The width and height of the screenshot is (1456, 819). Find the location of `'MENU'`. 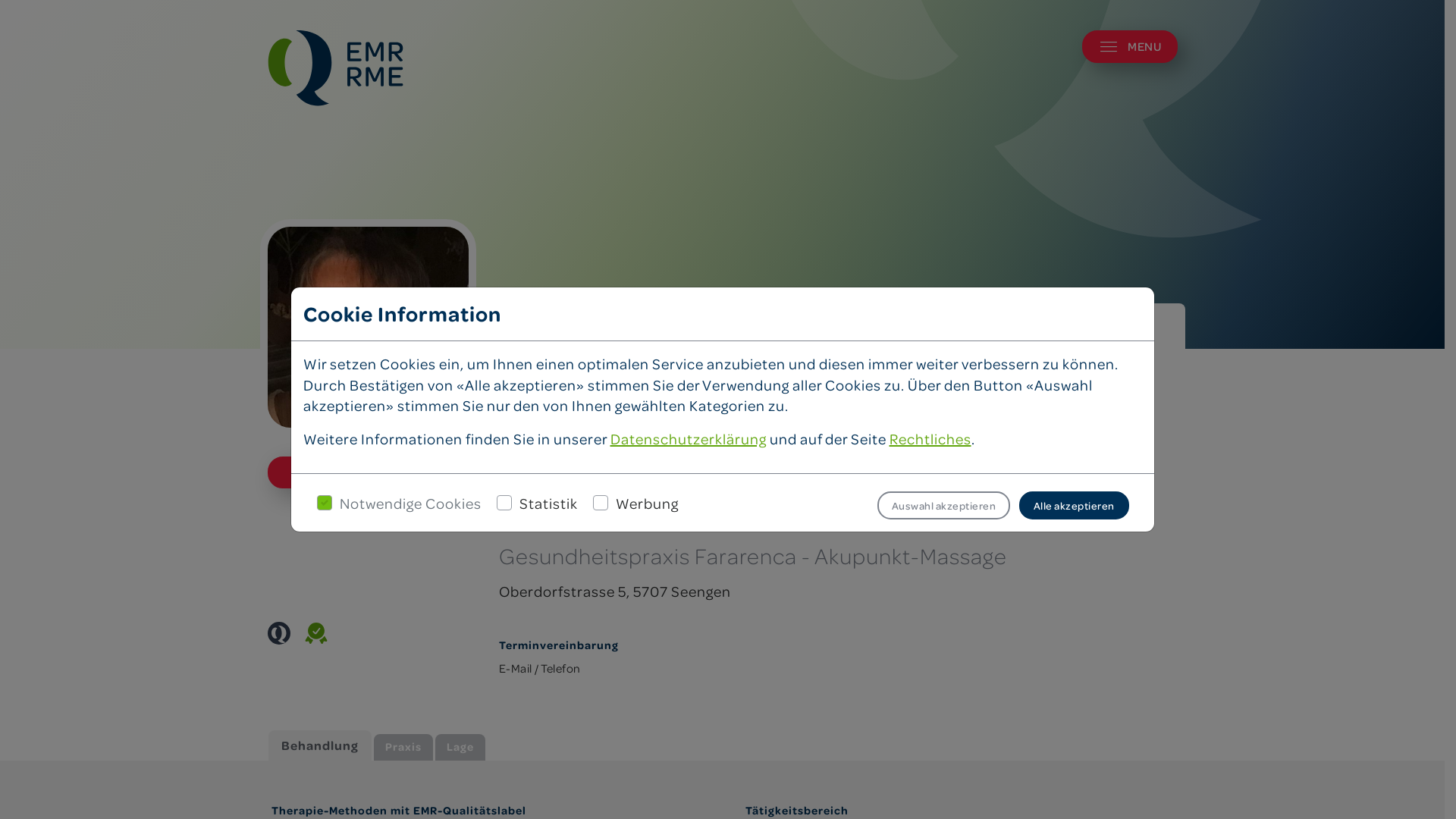

'MENU' is located at coordinates (1129, 45).